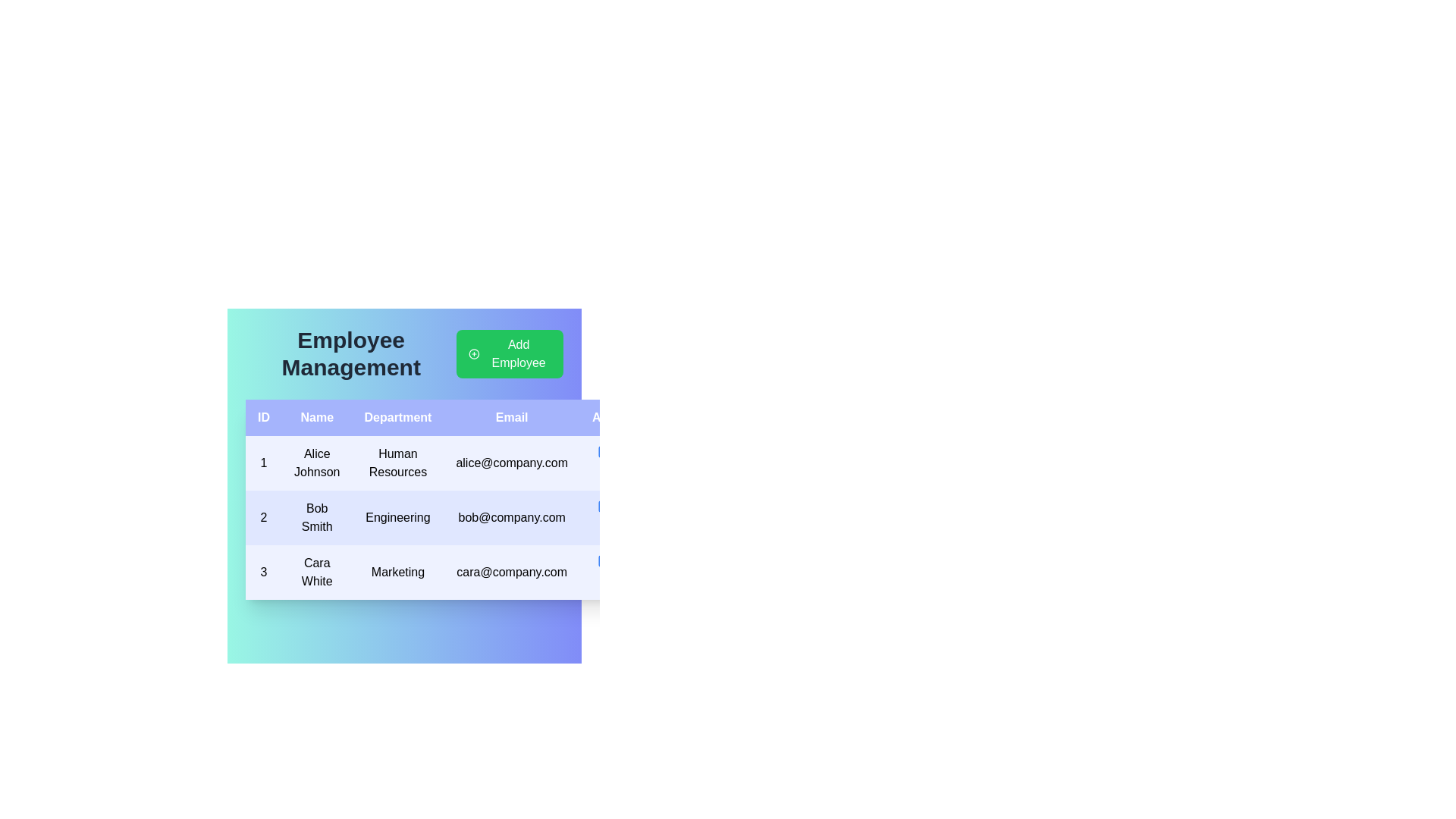 This screenshot has width=1456, height=819. Describe the element at coordinates (350, 353) in the screenshot. I see `the Text element that serves as a title or heading for employee management, located on the left side of the header section` at that location.